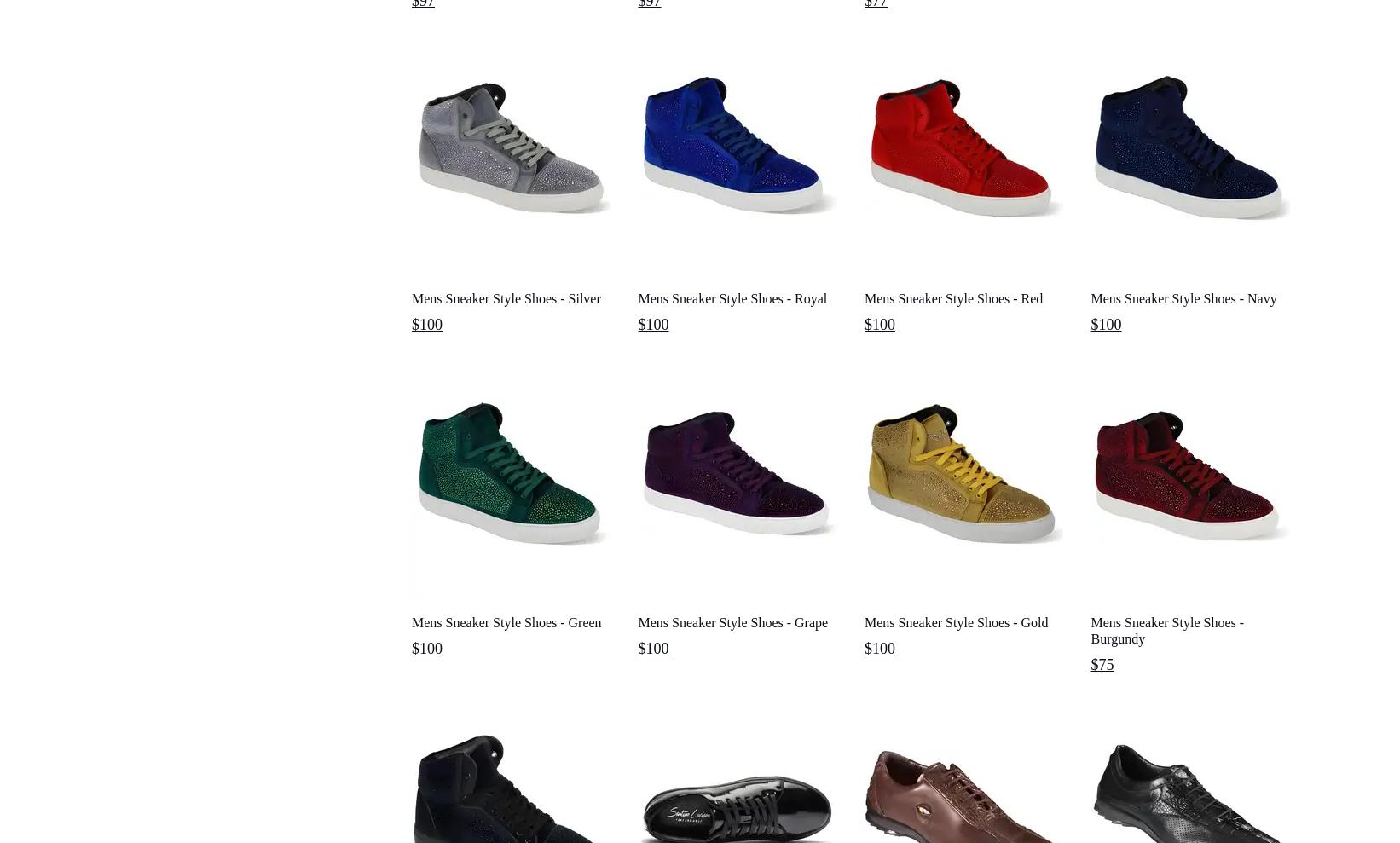  Describe the element at coordinates (437, 36) in the screenshot. I see `'Tuxedo Jacket'` at that location.